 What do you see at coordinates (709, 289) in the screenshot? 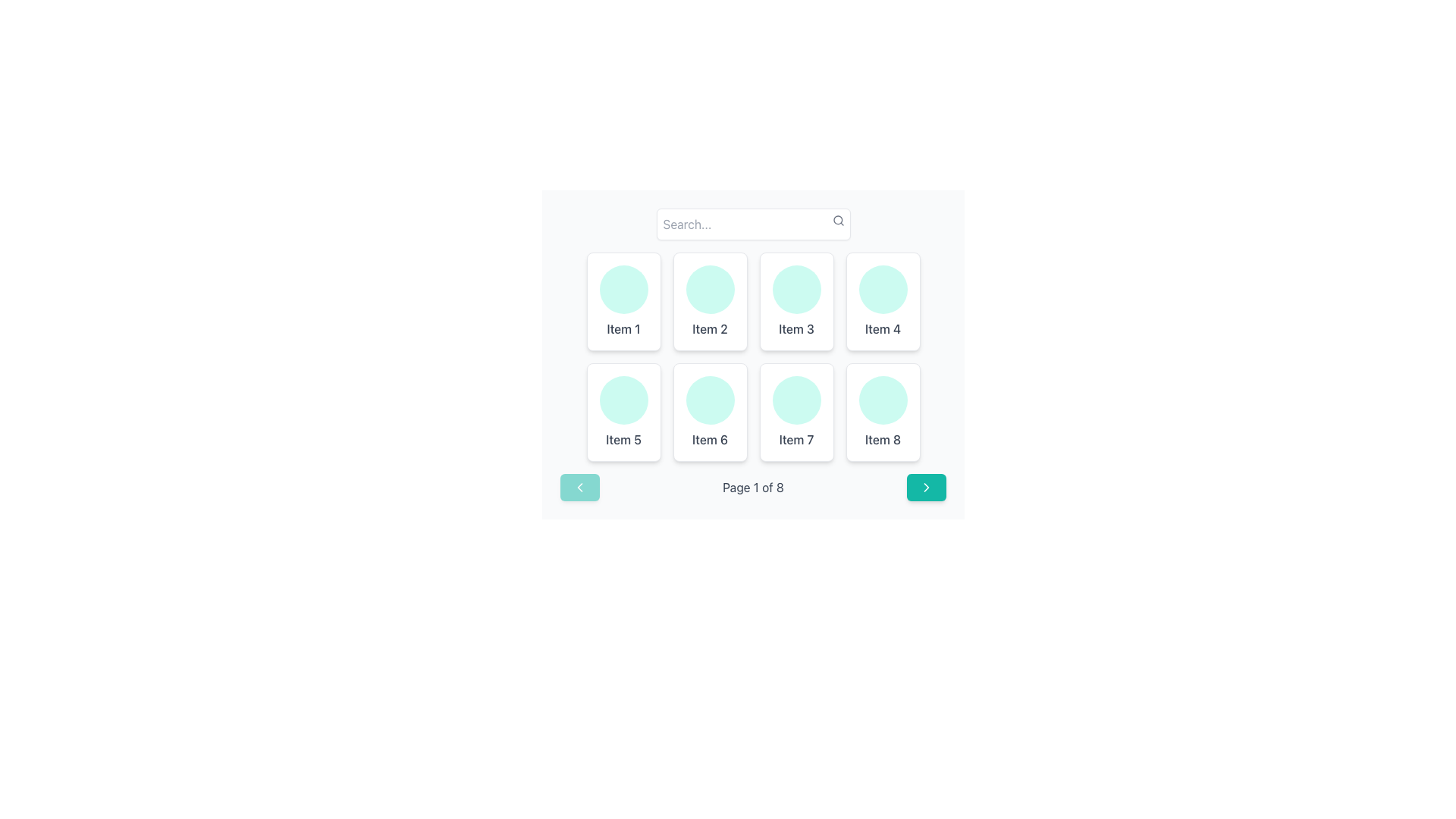
I see `the circular element with a teal background located centrally within the card labeled 'Item 2'` at bounding box center [709, 289].